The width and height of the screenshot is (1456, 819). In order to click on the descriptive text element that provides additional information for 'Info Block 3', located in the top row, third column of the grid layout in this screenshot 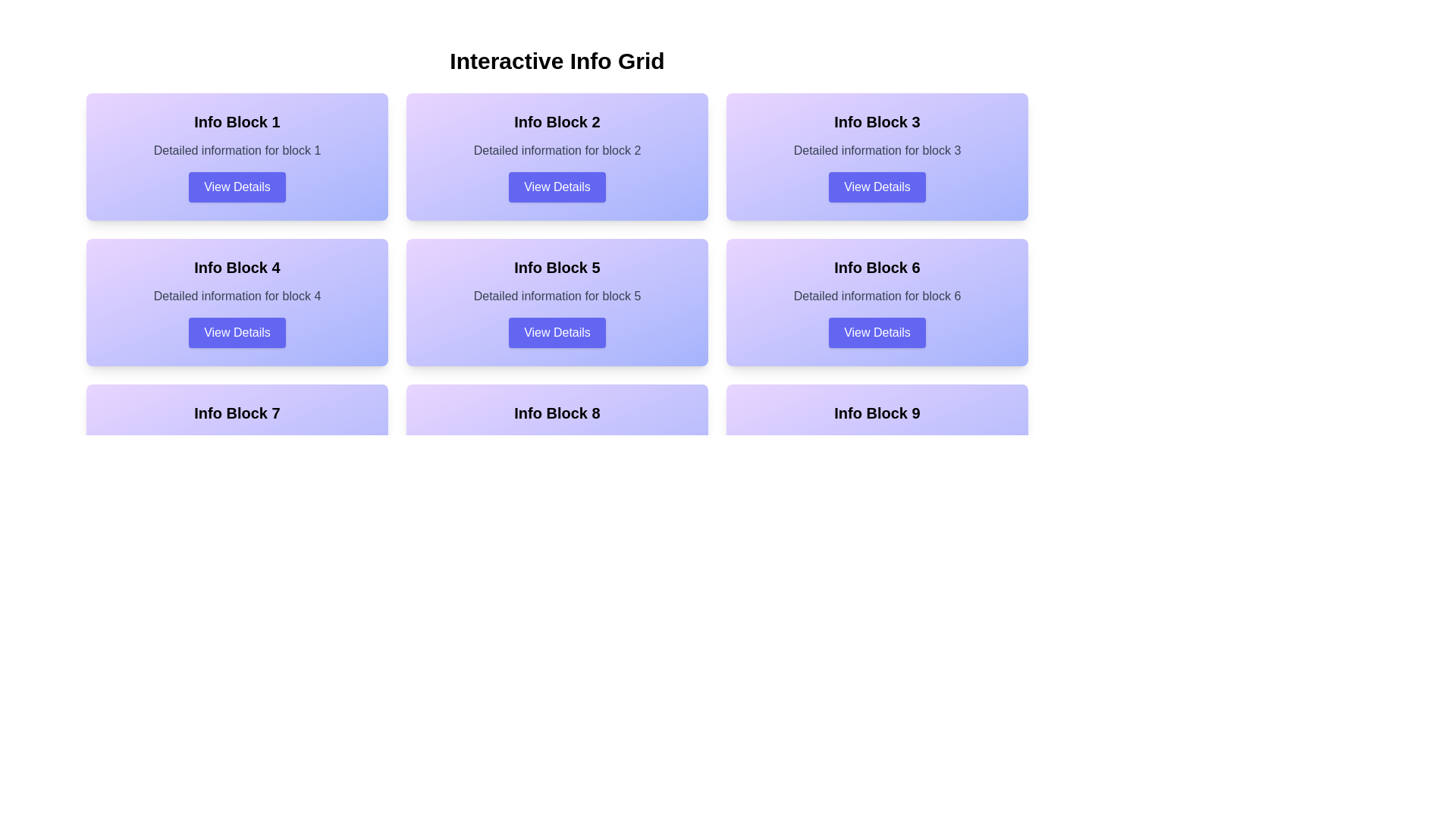, I will do `click(877, 151)`.